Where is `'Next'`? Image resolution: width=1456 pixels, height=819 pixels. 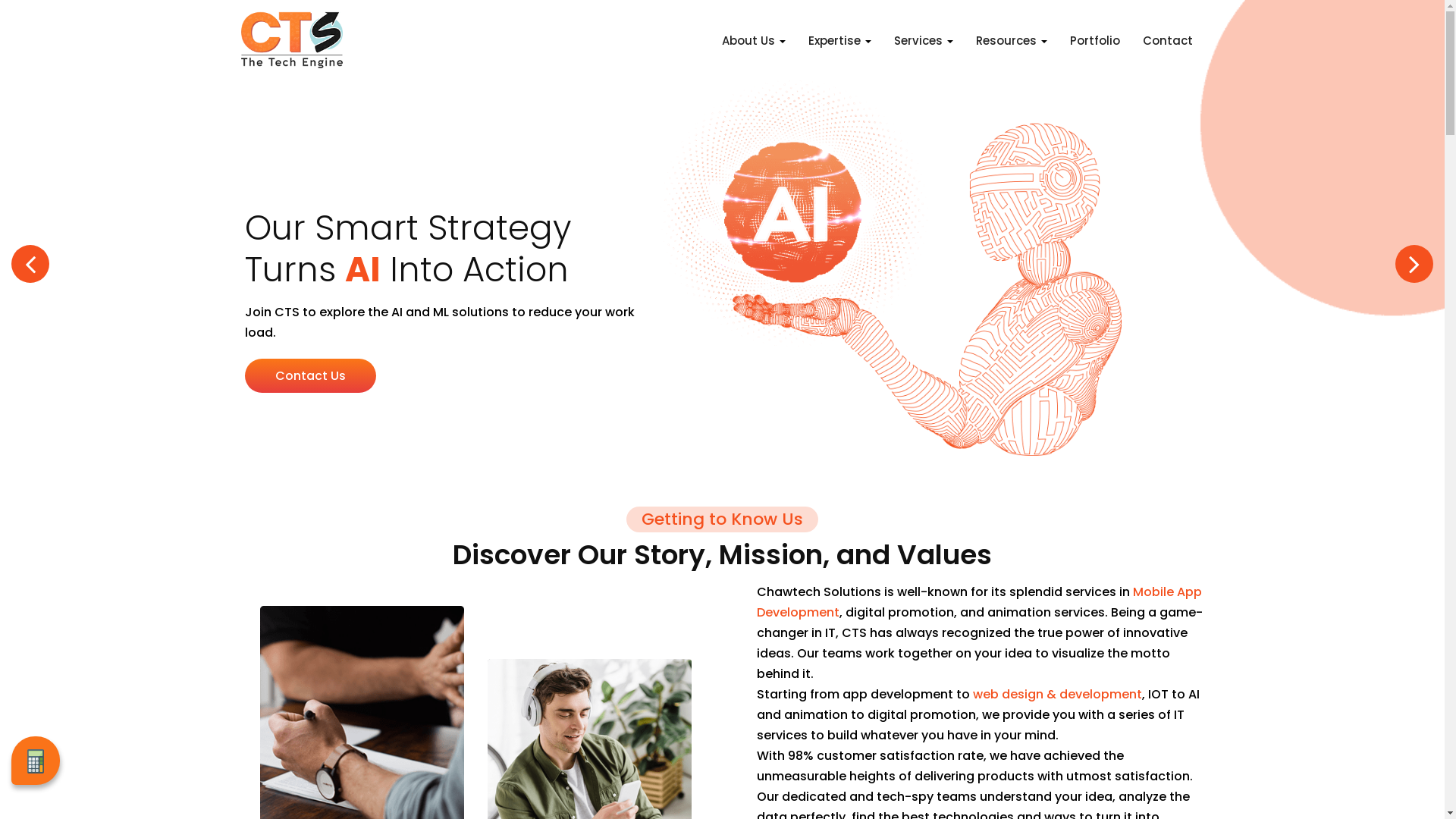 'Next' is located at coordinates (1414, 262).